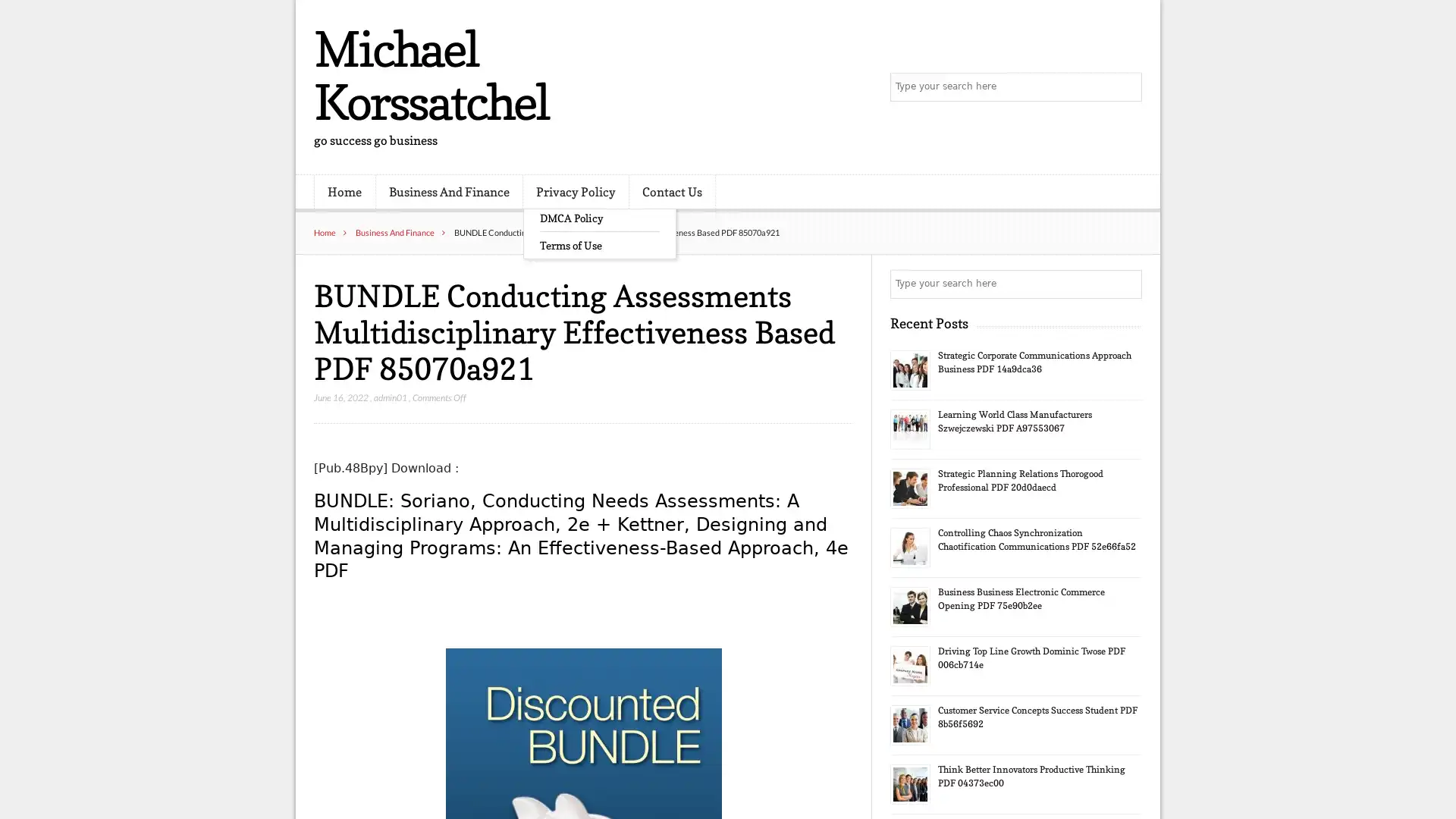 This screenshot has width=1456, height=819. Describe the element at coordinates (1126, 87) in the screenshot. I see `Search` at that location.